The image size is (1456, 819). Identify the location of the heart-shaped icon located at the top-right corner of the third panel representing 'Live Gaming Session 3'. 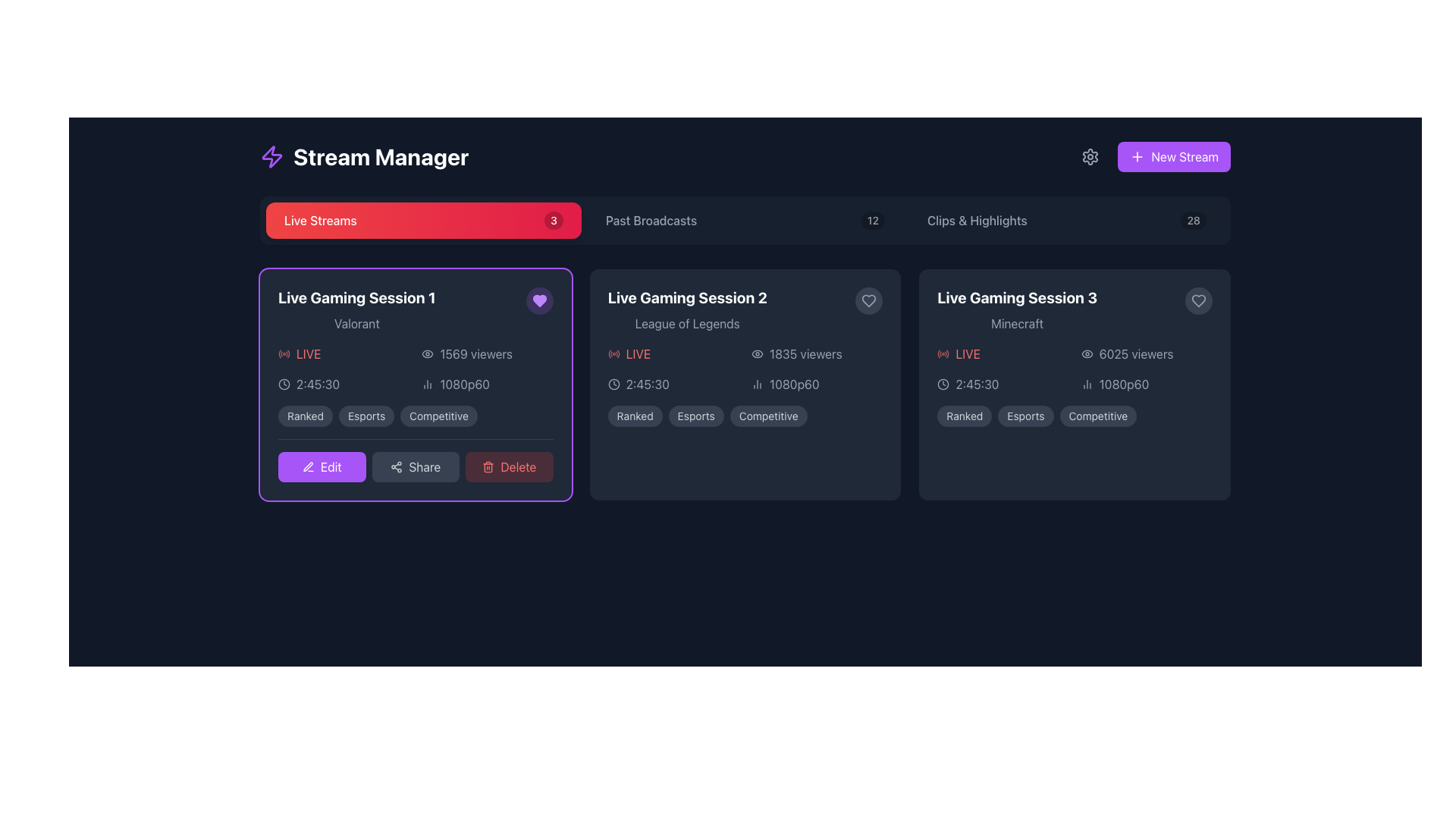
(869, 301).